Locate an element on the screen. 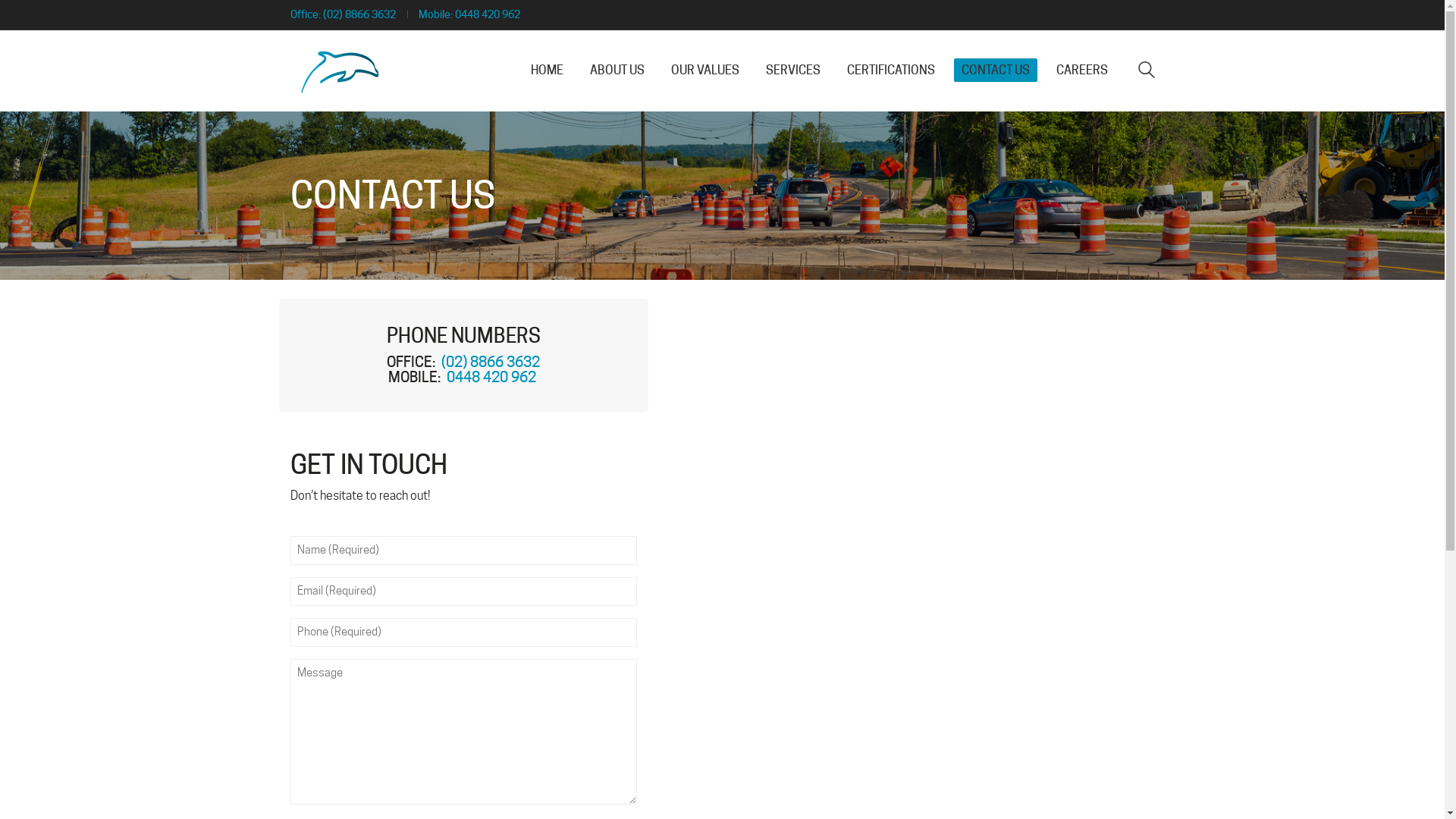  'OUR VALUES' is located at coordinates (662, 70).